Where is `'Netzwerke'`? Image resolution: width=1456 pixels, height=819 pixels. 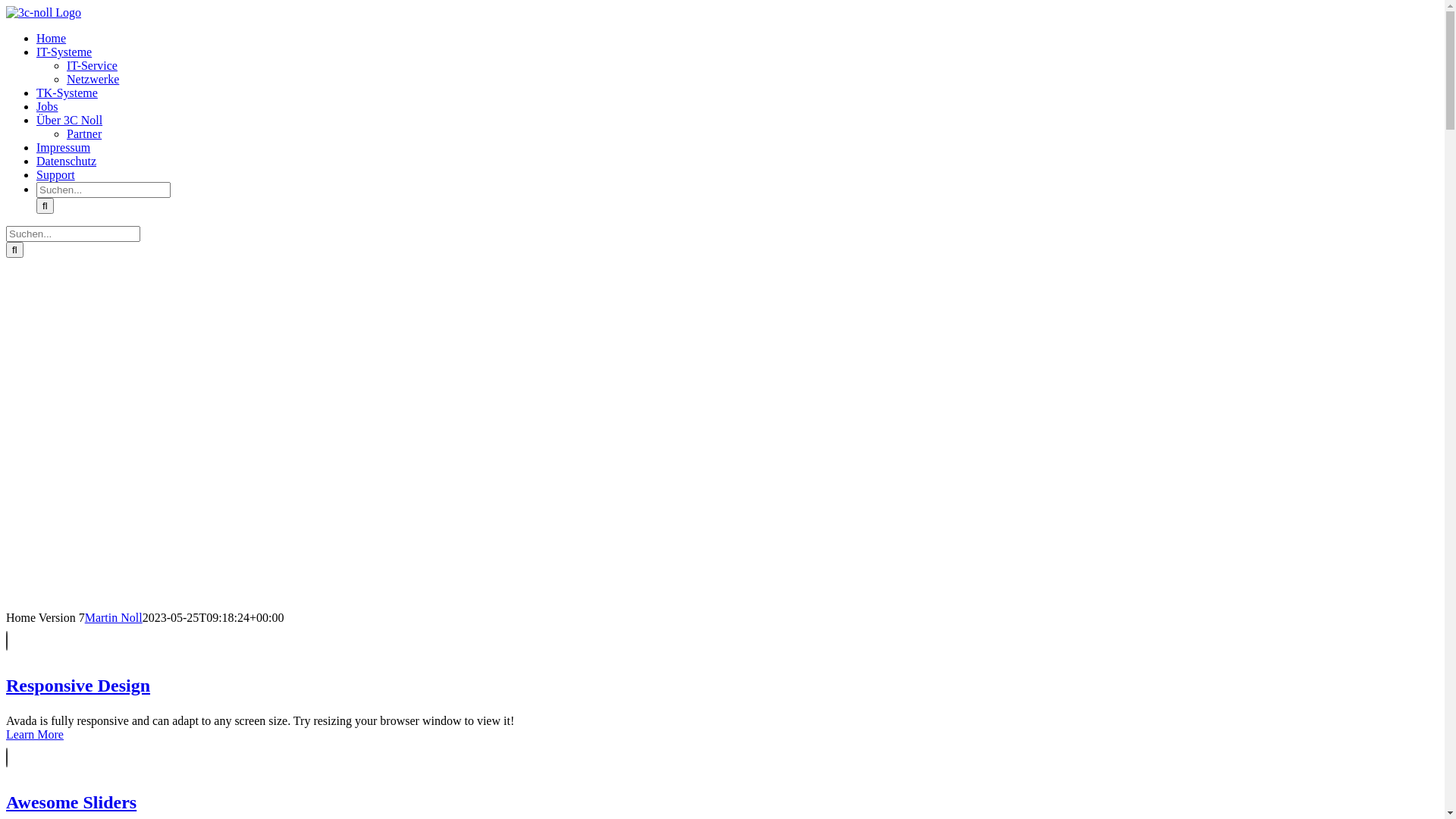 'Netzwerke' is located at coordinates (92, 79).